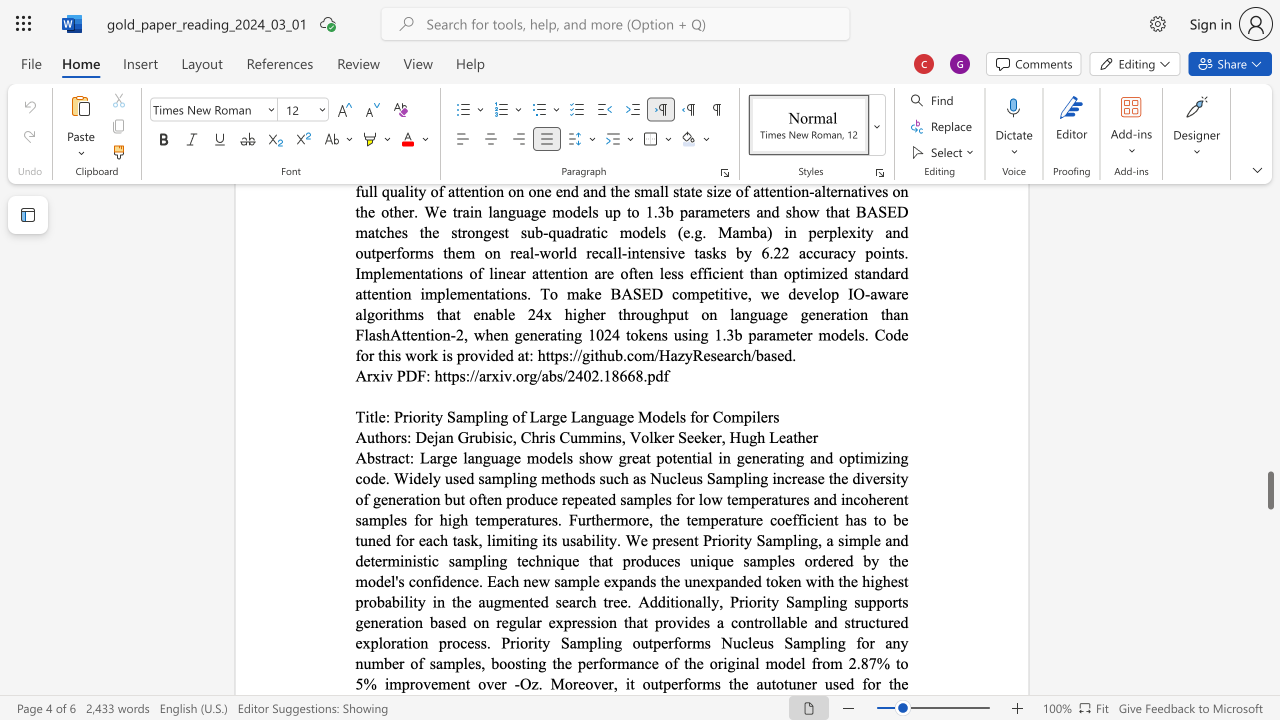 The image size is (1280, 720). Describe the element at coordinates (1269, 470) in the screenshot. I see `the side scrollbar to bring the page up` at that location.